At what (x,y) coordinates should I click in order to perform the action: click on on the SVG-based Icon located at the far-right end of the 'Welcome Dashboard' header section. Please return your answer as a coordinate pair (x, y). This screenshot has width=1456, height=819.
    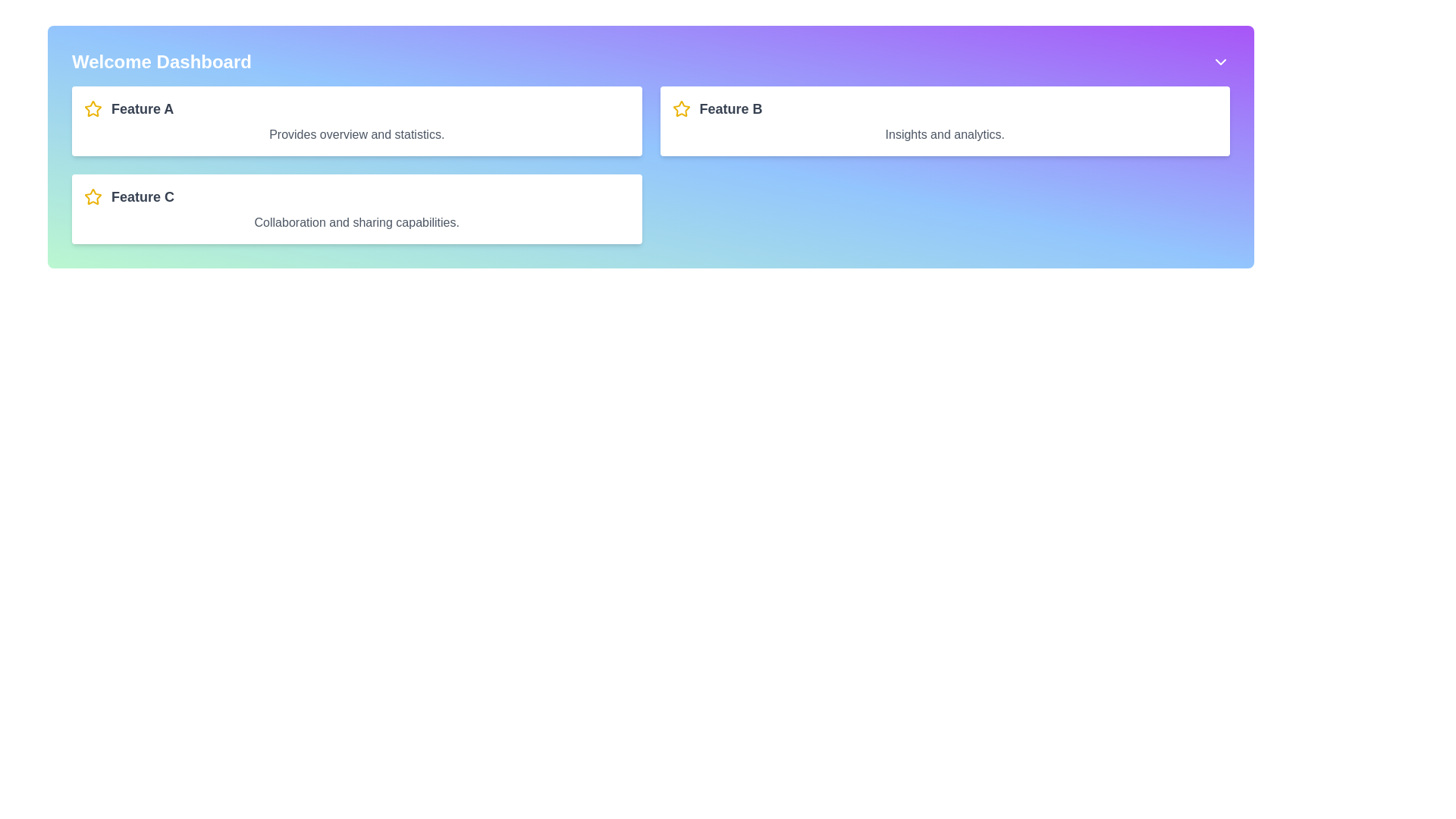
    Looking at the image, I should click on (1220, 61).